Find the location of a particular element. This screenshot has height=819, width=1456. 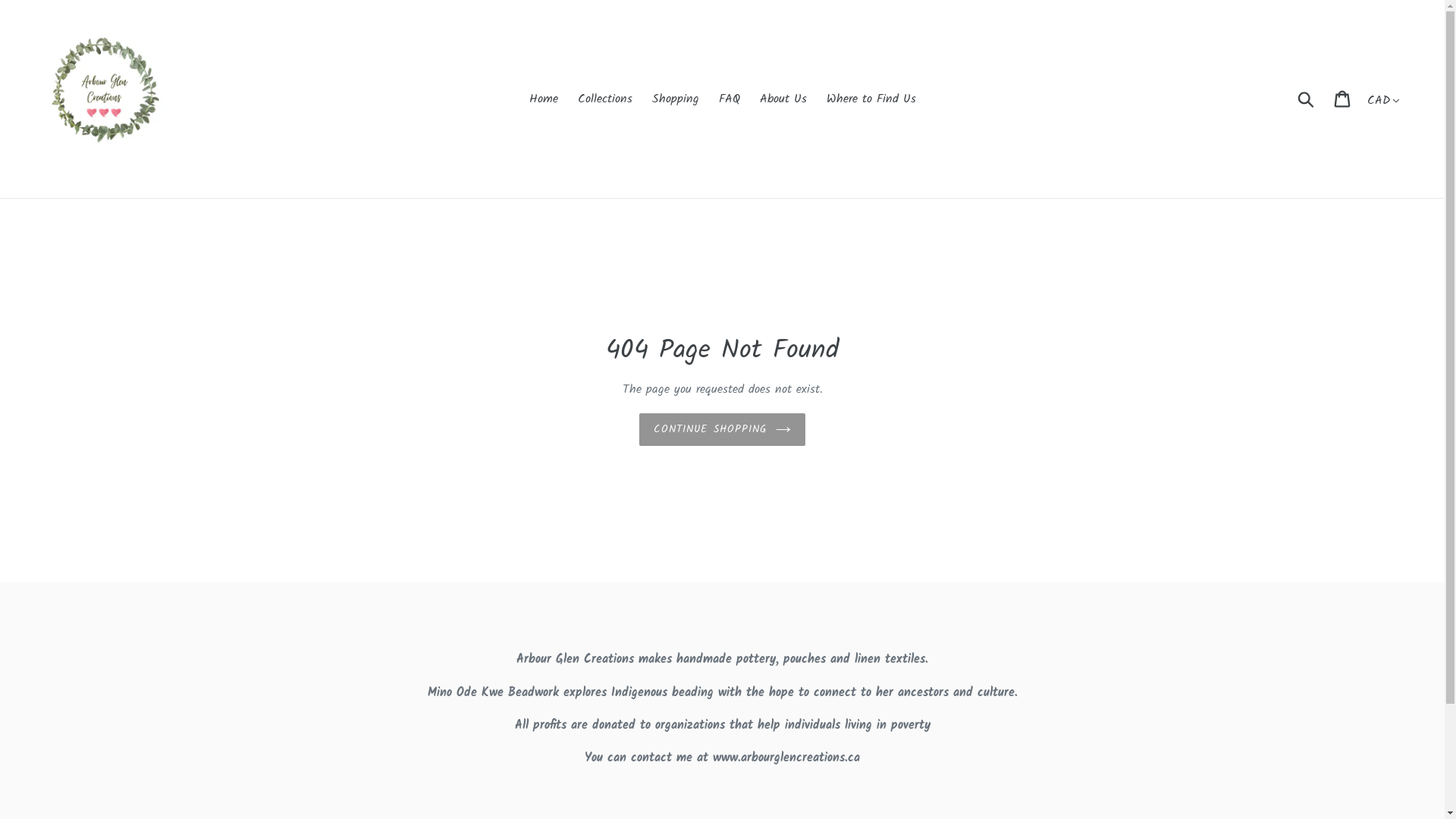

'Submit' is located at coordinates (1306, 99).